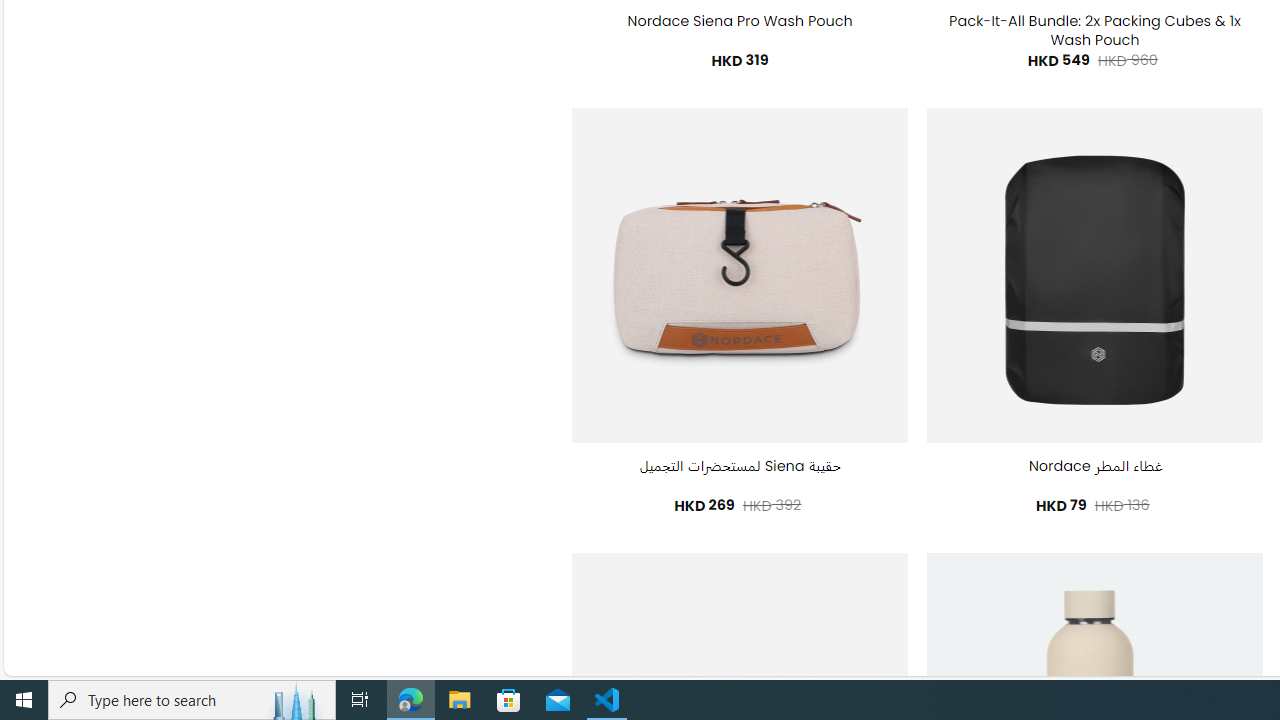 The height and width of the screenshot is (720, 1280). What do you see at coordinates (1094, 30) in the screenshot?
I see `'Pack-It-All Bundle: 2x Packing Cubes & 1x Wash Pouch'` at bounding box center [1094, 30].